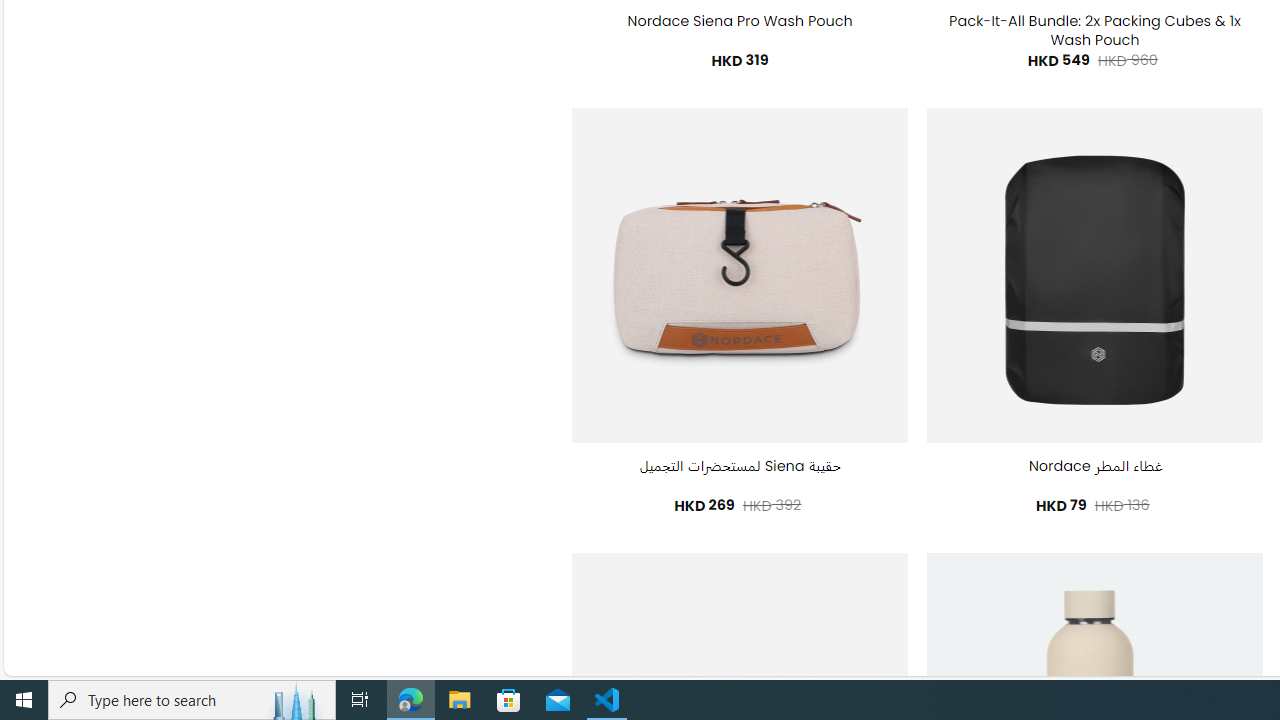 The height and width of the screenshot is (720, 1280). What do you see at coordinates (1094, 30) in the screenshot?
I see `'Pack-It-All Bundle: 2x Packing Cubes & 1x Wash Pouch'` at bounding box center [1094, 30].